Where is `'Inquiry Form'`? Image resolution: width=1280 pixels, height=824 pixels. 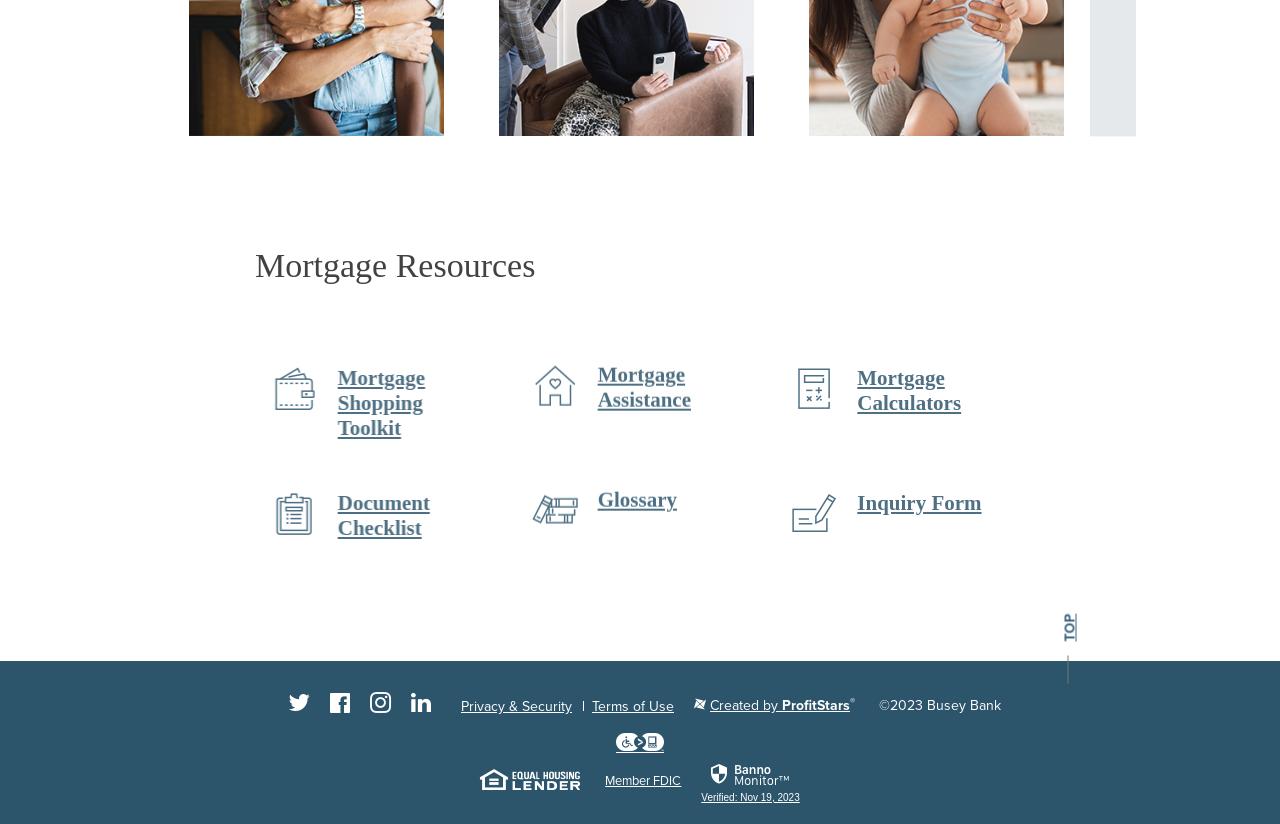
'Inquiry Form' is located at coordinates (914, 501).